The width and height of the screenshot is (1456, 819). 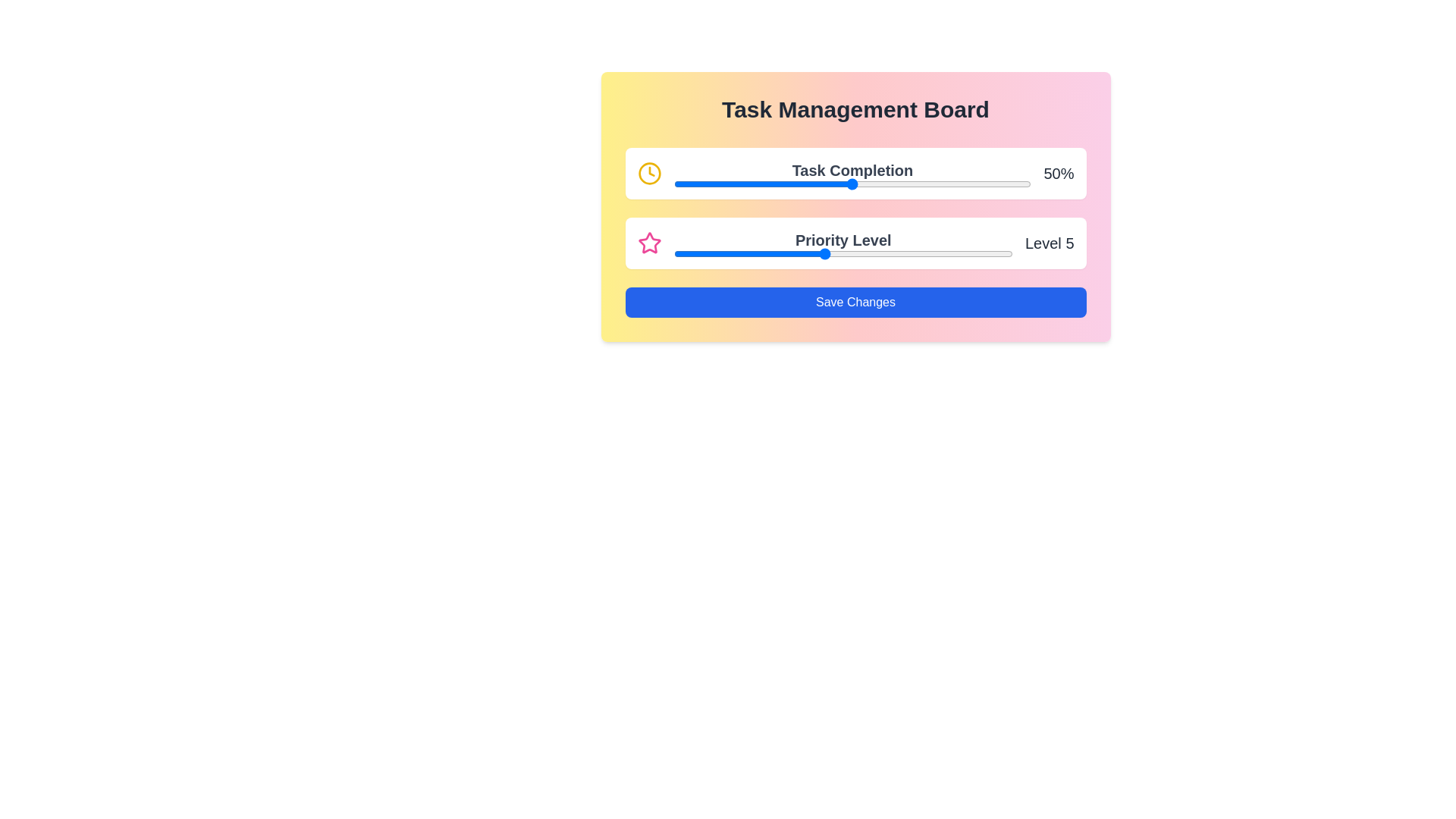 What do you see at coordinates (786, 253) in the screenshot?
I see `priority level` at bounding box center [786, 253].